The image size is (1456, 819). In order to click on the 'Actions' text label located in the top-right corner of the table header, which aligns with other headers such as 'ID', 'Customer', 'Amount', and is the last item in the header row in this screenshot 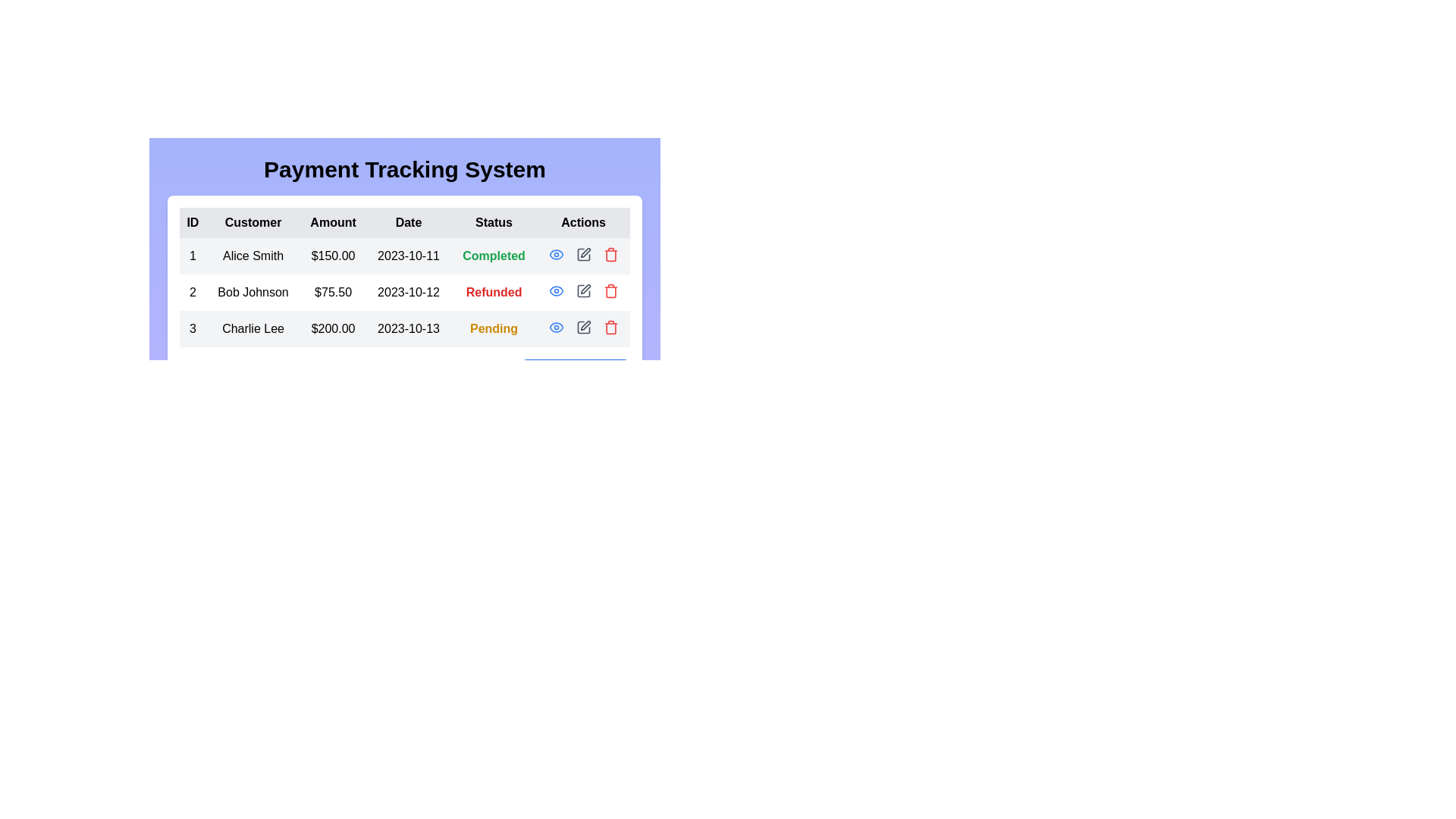, I will do `click(582, 222)`.